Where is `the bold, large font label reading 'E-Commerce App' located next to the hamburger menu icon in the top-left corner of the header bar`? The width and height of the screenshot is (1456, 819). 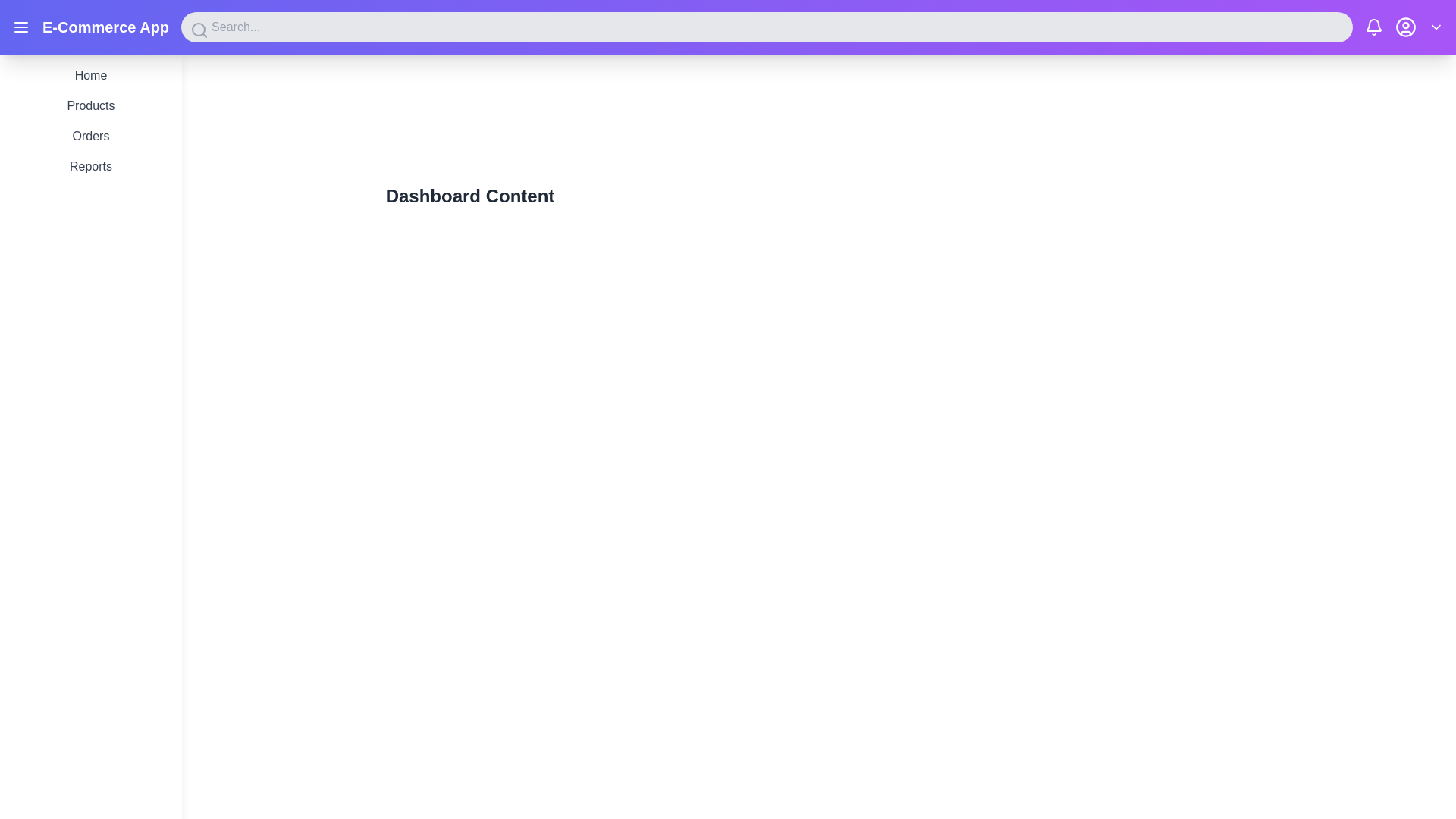
the bold, large font label reading 'E-Commerce App' located next to the hamburger menu icon in the top-left corner of the header bar is located at coordinates (89, 27).